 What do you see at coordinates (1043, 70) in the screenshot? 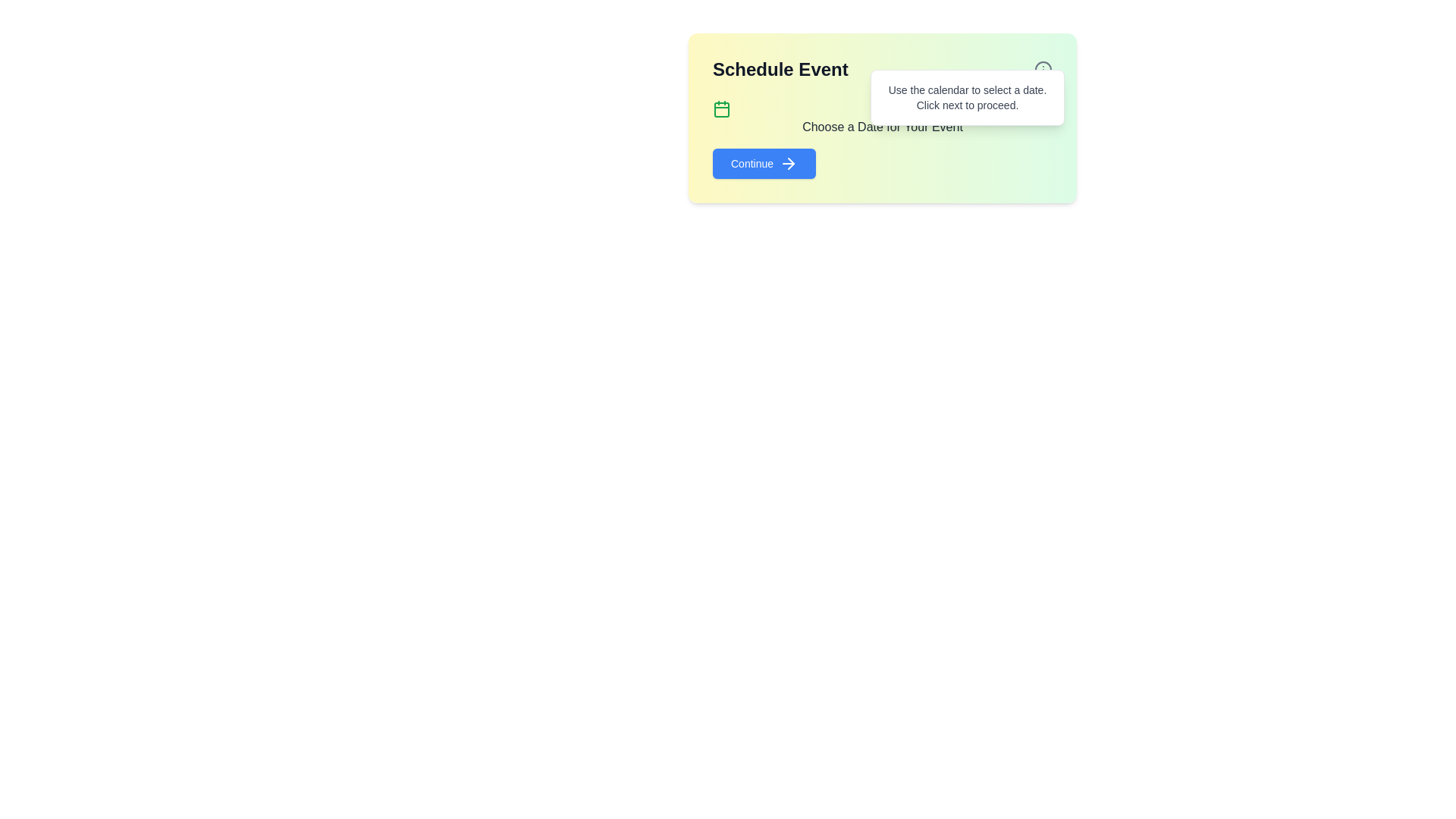
I see `circular graphic within the info icon located in the tooltip box at the top-right corner of the 'Schedule Event' card` at bounding box center [1043, 70].